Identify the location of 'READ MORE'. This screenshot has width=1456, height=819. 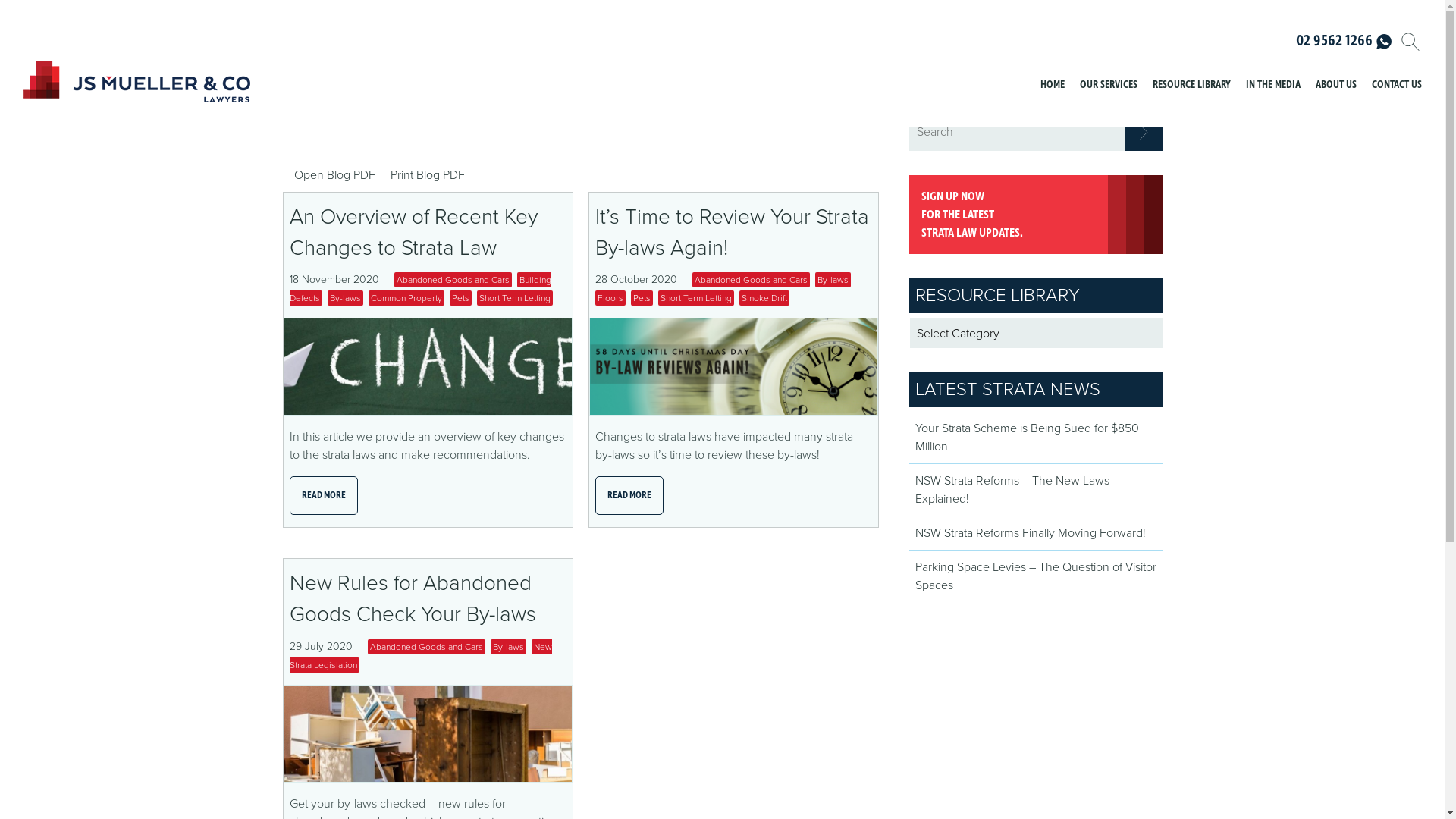
(629, 495).